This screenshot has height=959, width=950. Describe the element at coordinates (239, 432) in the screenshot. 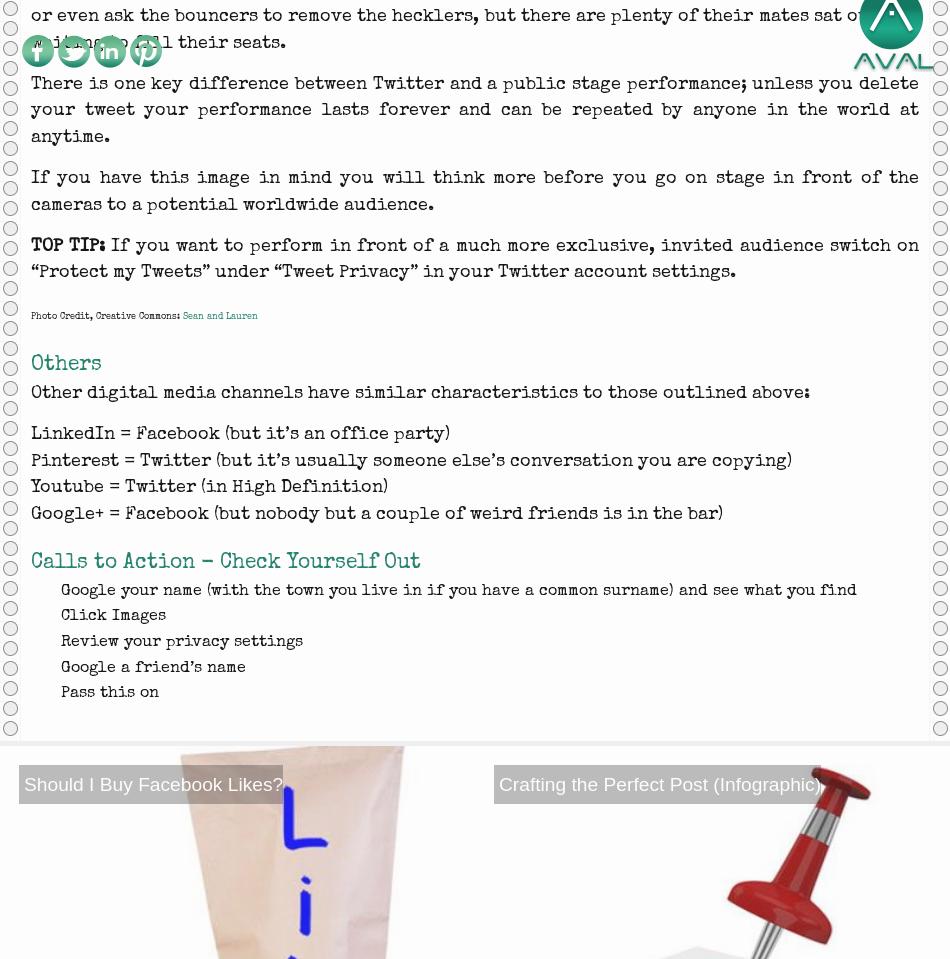

I see `'LinkedIn = Facebook (but it’s an office party)'` at that location.